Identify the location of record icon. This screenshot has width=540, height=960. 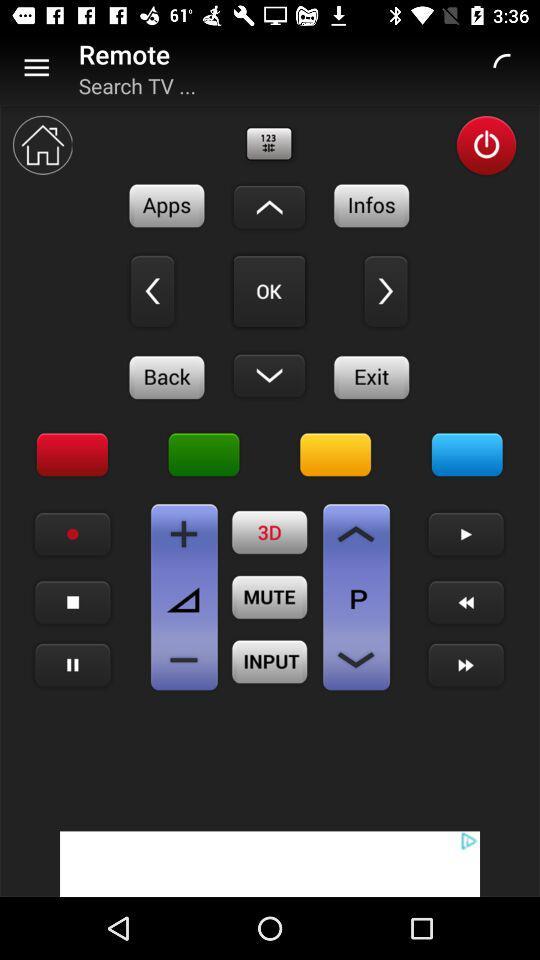
(72, 533).